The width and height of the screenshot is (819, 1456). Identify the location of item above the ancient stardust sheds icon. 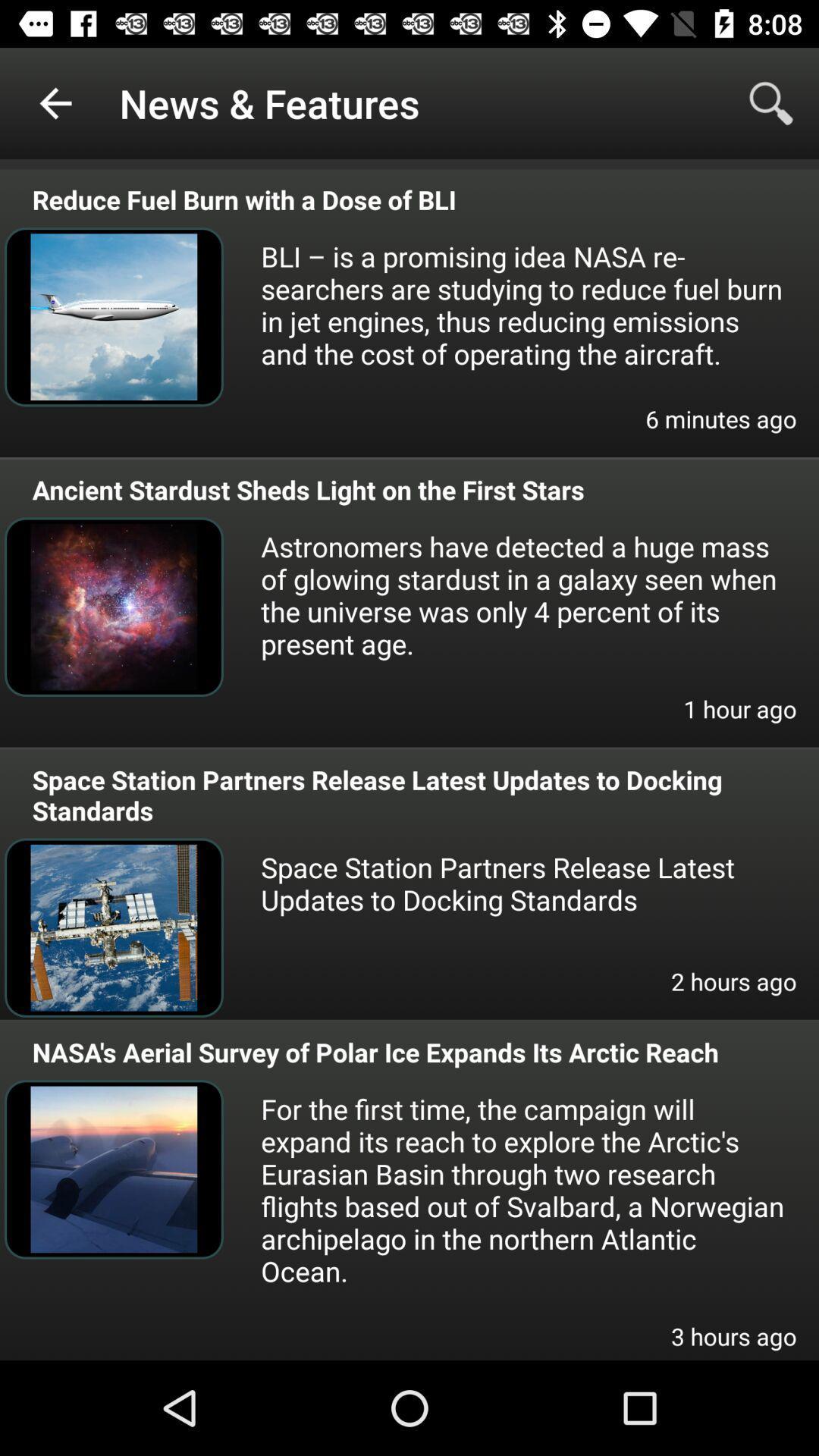
(720, 428).